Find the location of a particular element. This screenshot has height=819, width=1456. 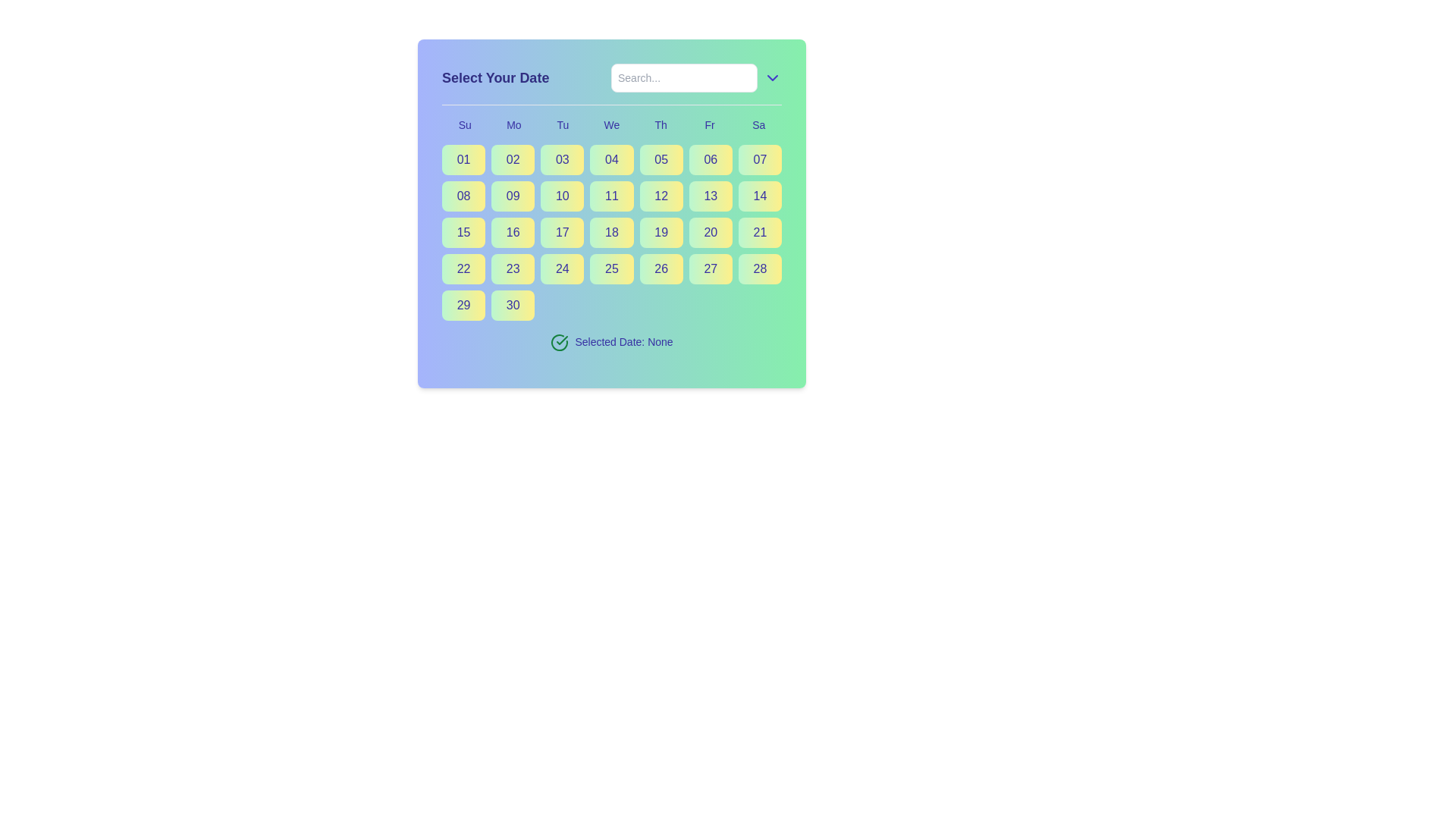

the rounded rectangular button labeled '11' with a gradient background from green to yellow, located in the second row and fourth column of the grid, corresponding to Wednesday is located at coordinates (611, 195).